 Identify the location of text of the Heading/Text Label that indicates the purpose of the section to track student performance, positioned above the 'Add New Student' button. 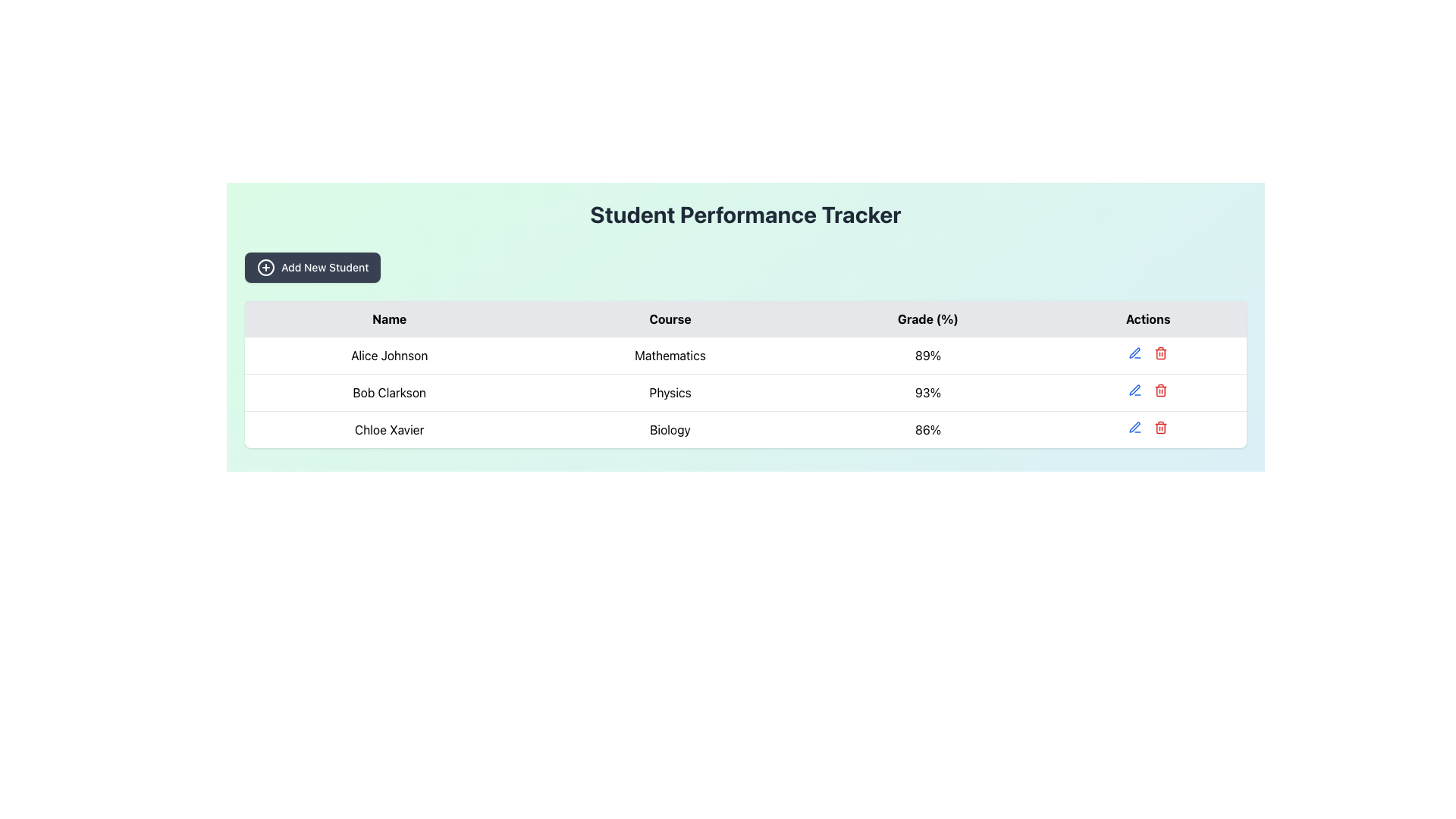
(745, 214).